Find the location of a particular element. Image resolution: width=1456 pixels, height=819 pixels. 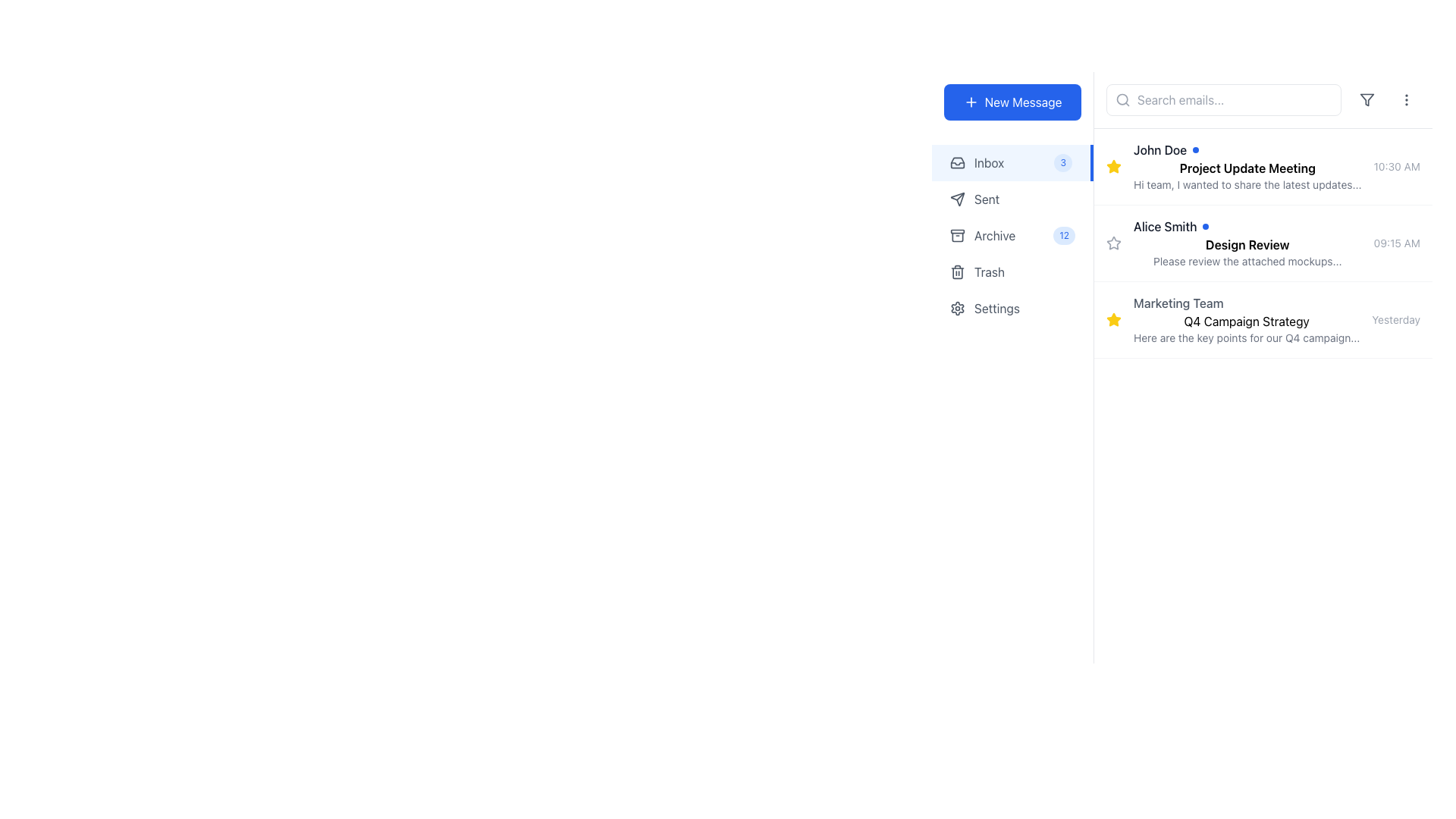

the 'Marketing Team' text label, which indicates the sender's name for the third email entry in the list, positioned above the subject line 'Q4 Campaign Strategy' is located at coordinates (1178, 303).